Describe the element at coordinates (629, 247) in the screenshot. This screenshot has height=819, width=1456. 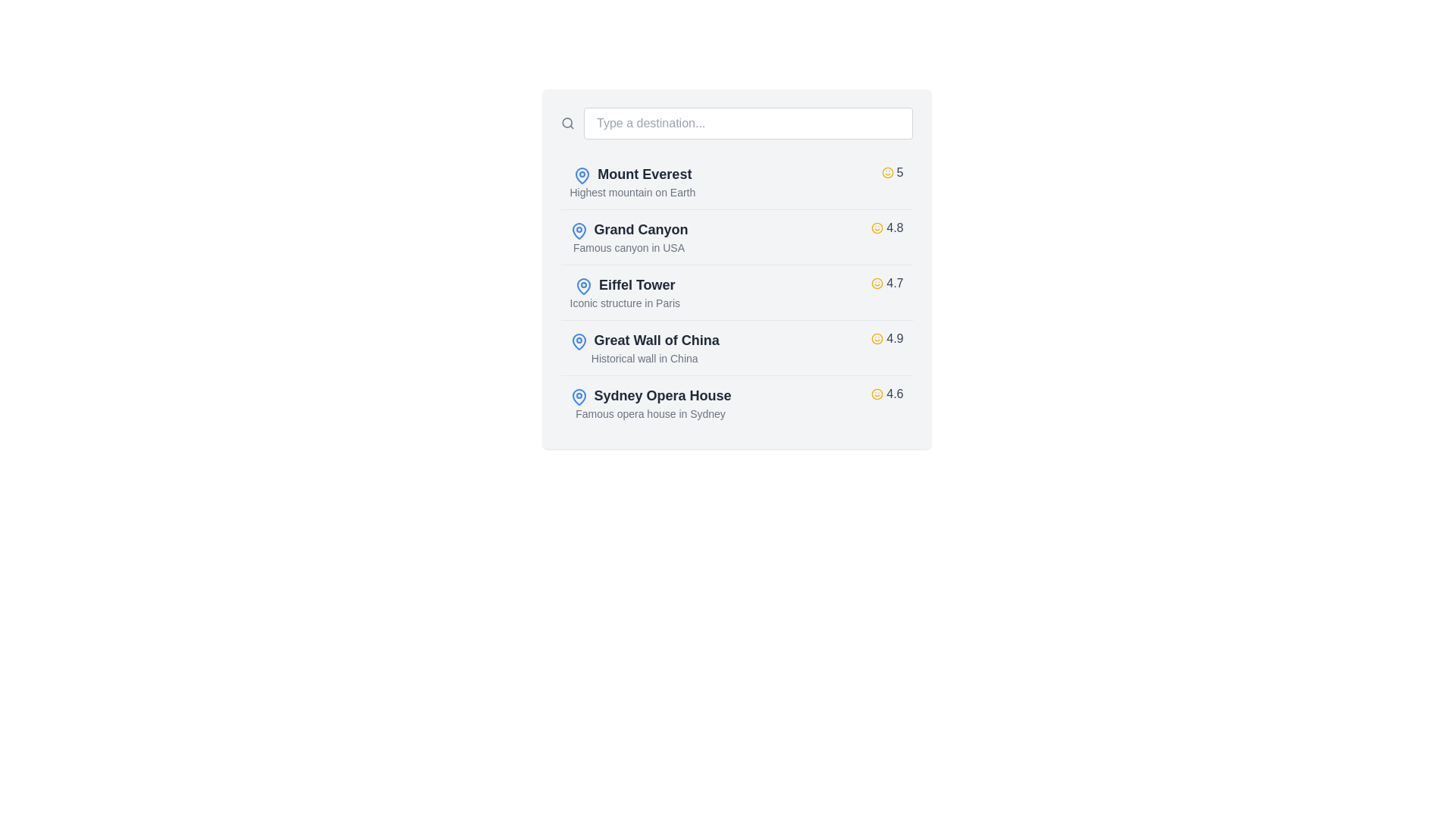
I see `the text label providing supplementary information for the 'Grand Canyon' entry in the list, located below the 'Grand Canyon' title` at that location.